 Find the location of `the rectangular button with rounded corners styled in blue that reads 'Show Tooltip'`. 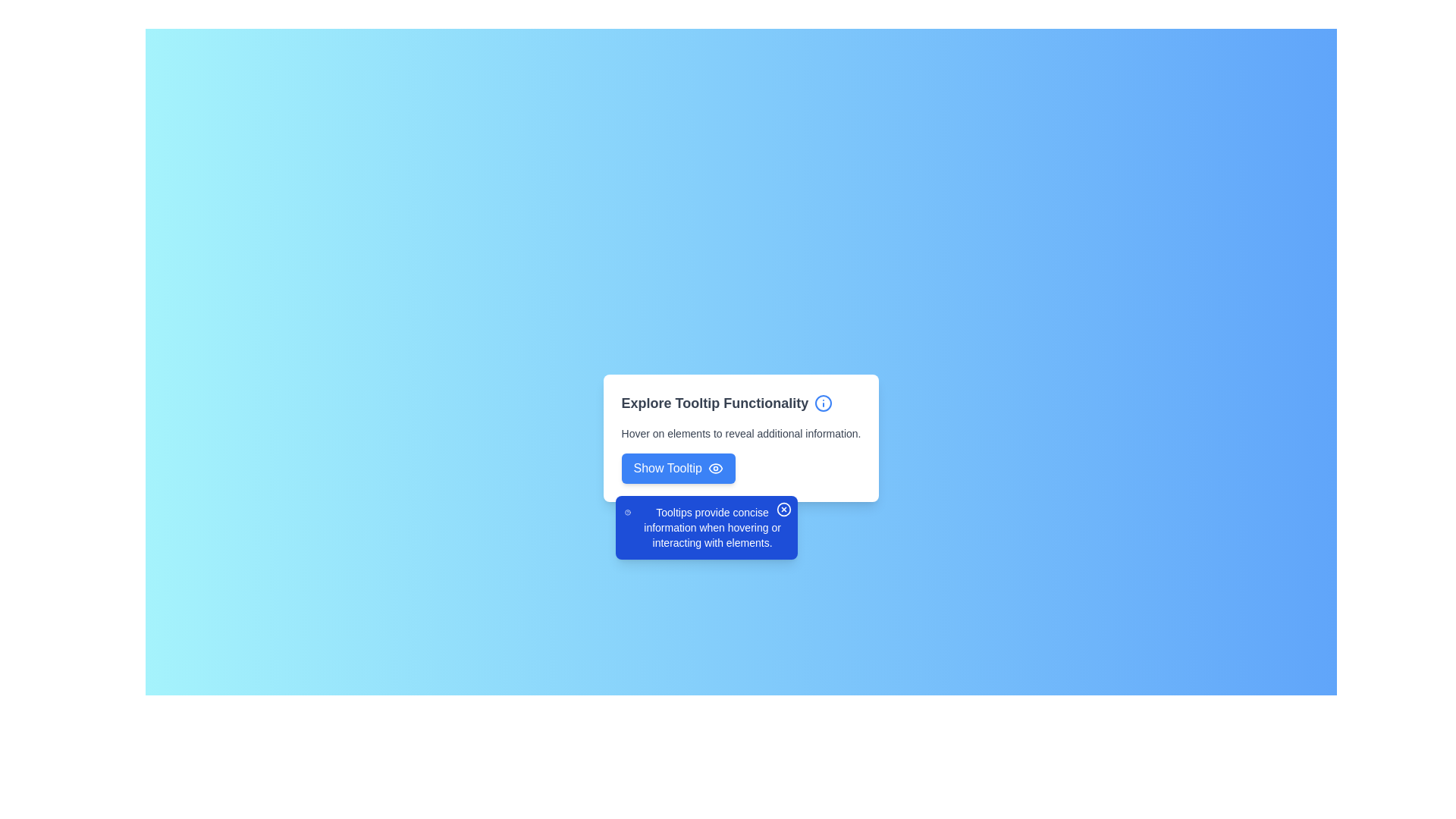

the rectangular button with rounded corners styled in blue that reads 'Show Tooltip' is located at coordinates (677, 467).